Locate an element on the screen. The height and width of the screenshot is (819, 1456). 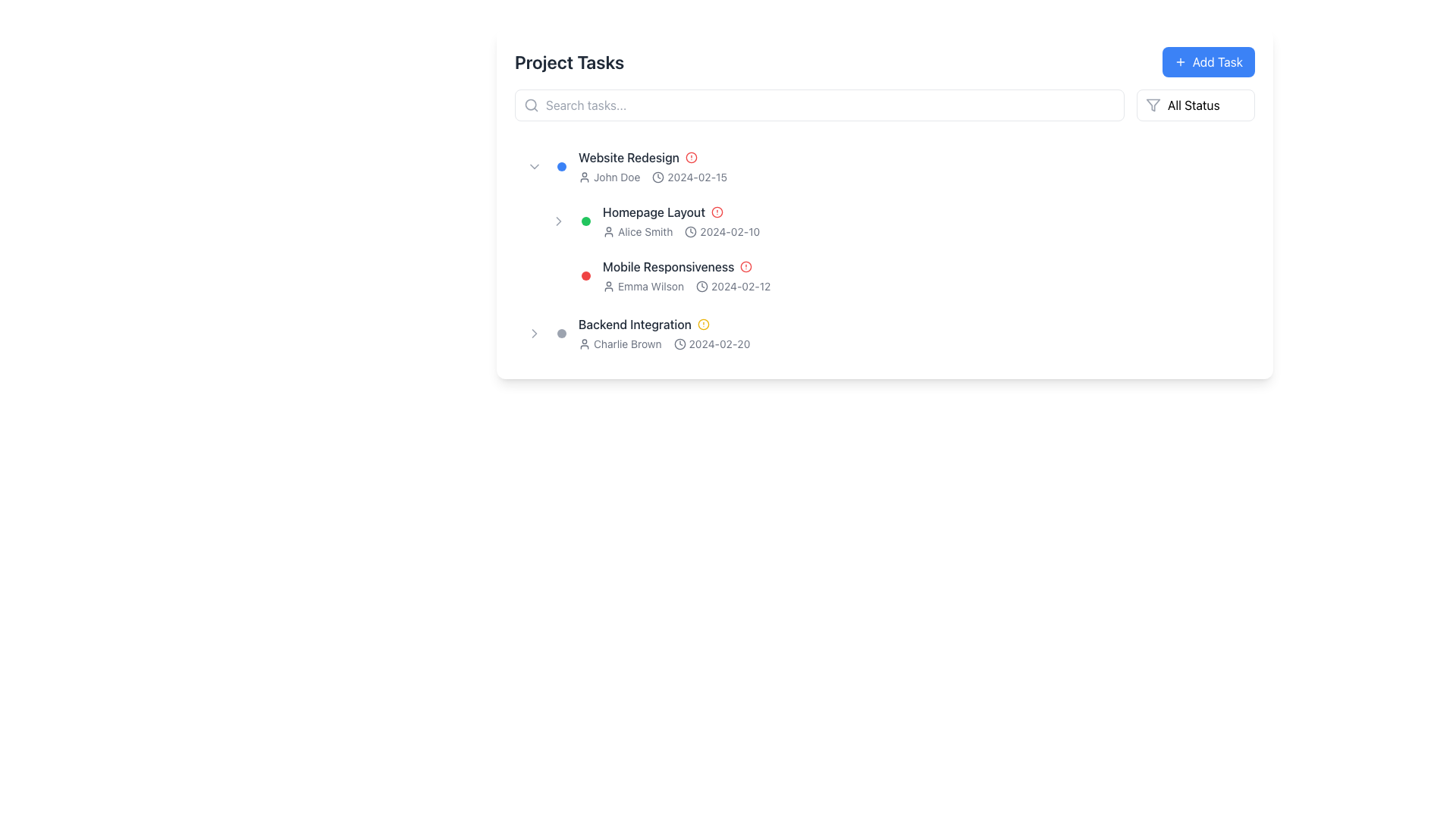
the filter button located near the top-right corner of the interface is located at coordinates (1195, 104).